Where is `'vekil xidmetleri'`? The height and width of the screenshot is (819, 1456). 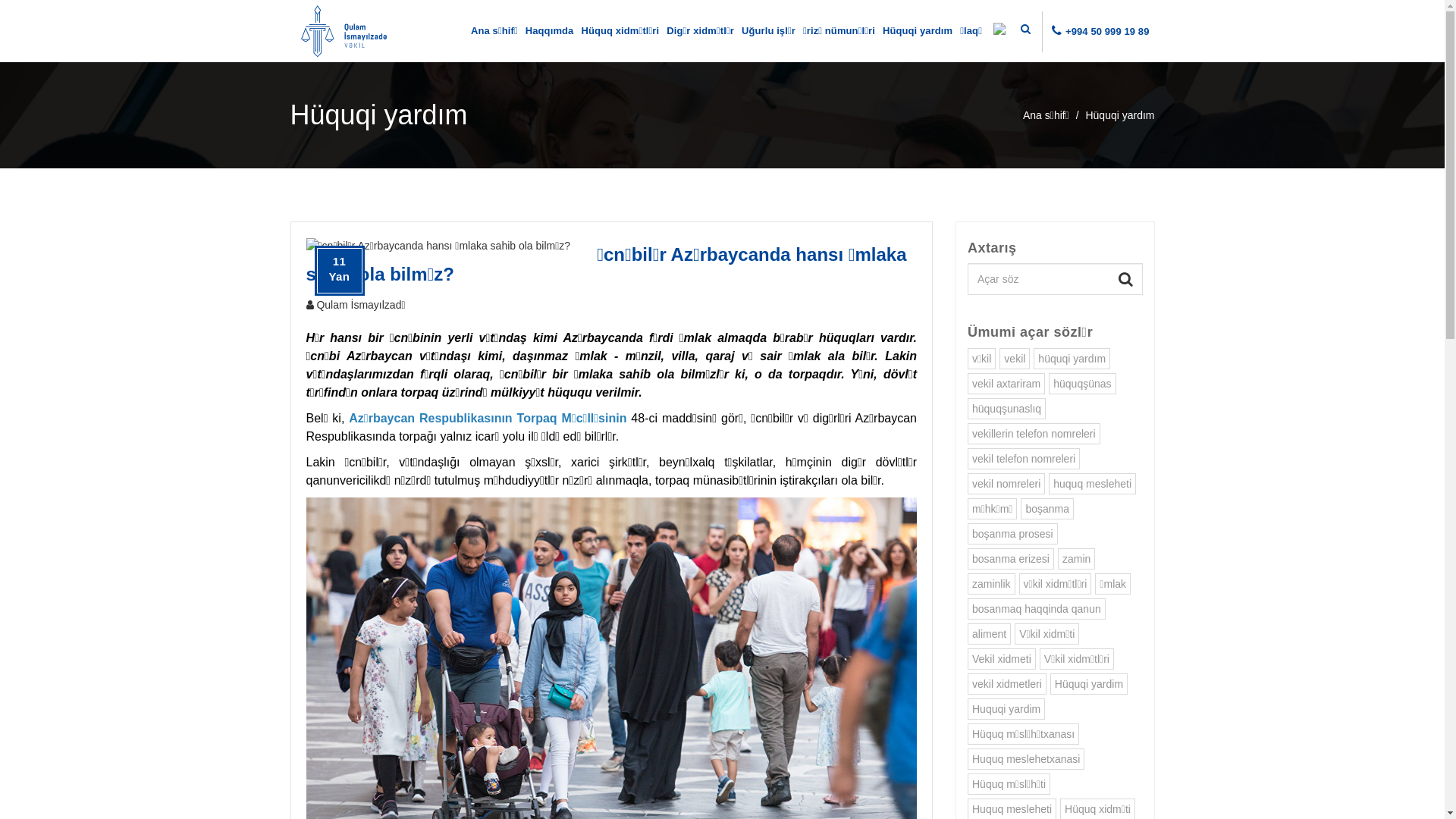 'vekil xidmetleri' is located at coordinates (1007, 684).